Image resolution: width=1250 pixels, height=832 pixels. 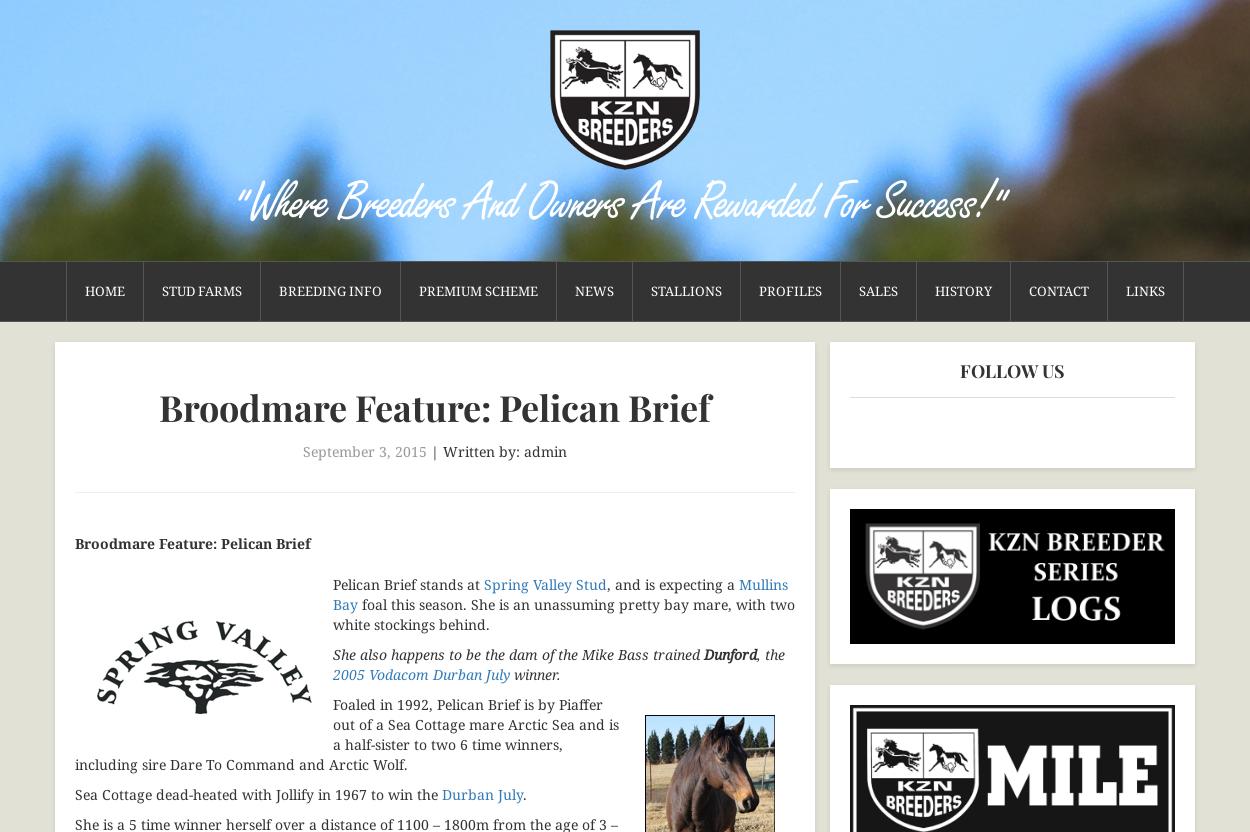 What do you see at coordinates (686, 290) in the screenshot?
I see `'Stallions'` at bounding box center [686, 290].